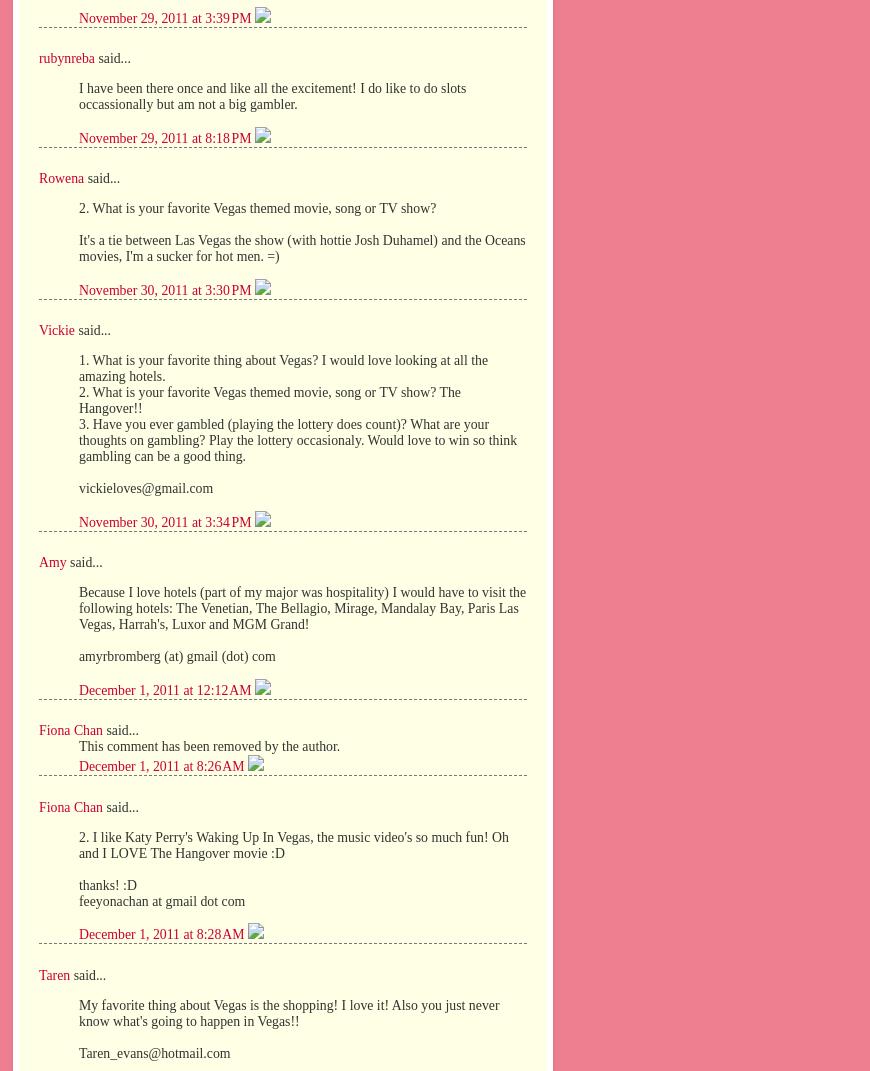 The image size is (870, 1071). I want to click on 'I have been there once and like all the excitement!  I do like to do slots occassionally but am not a big gambler.', so click(272, 95).